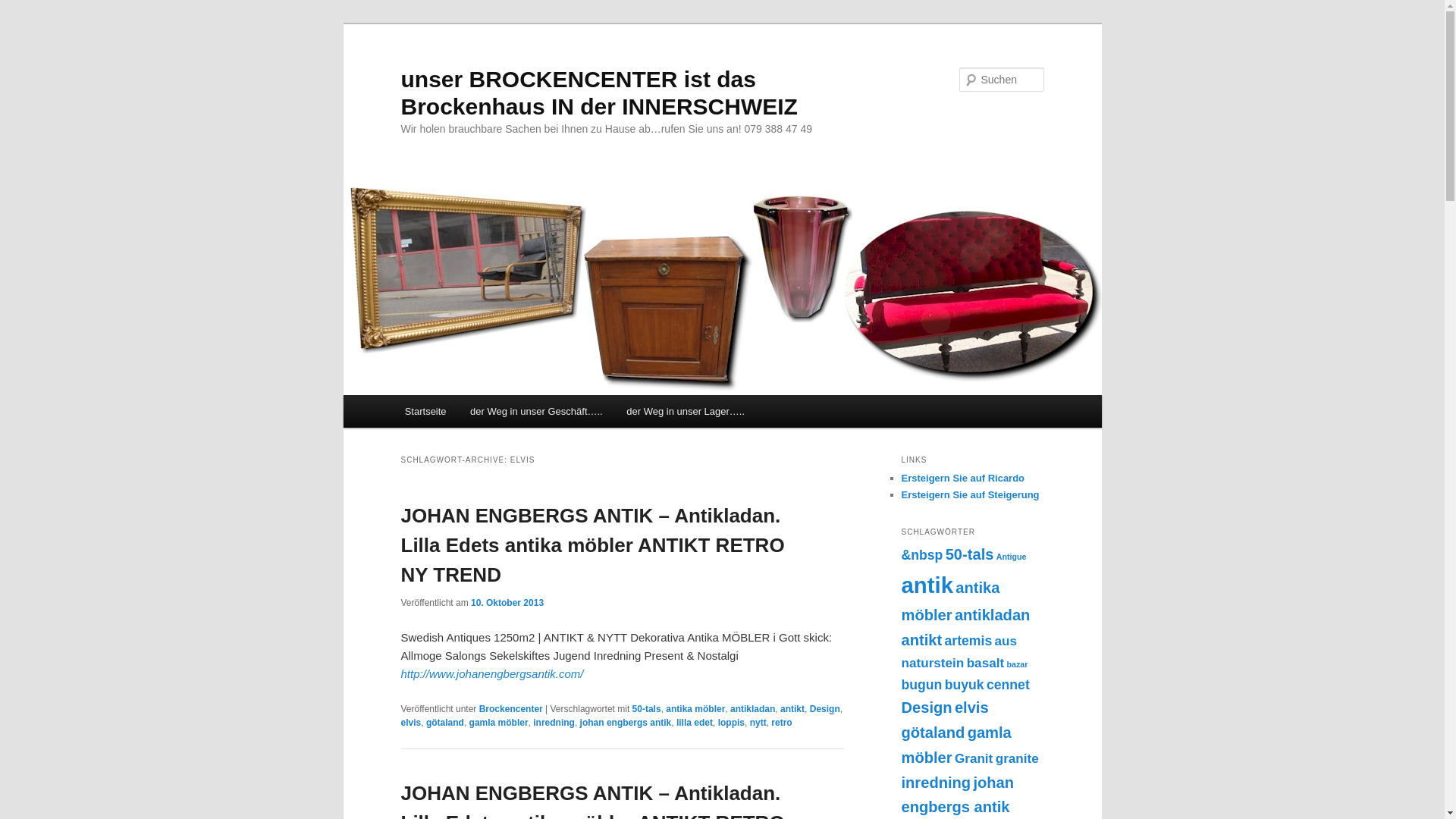  What do you see at coordinates (921, 555) in the screenshot?
I see `'&nbsp'` at bounding box center [921, 555].